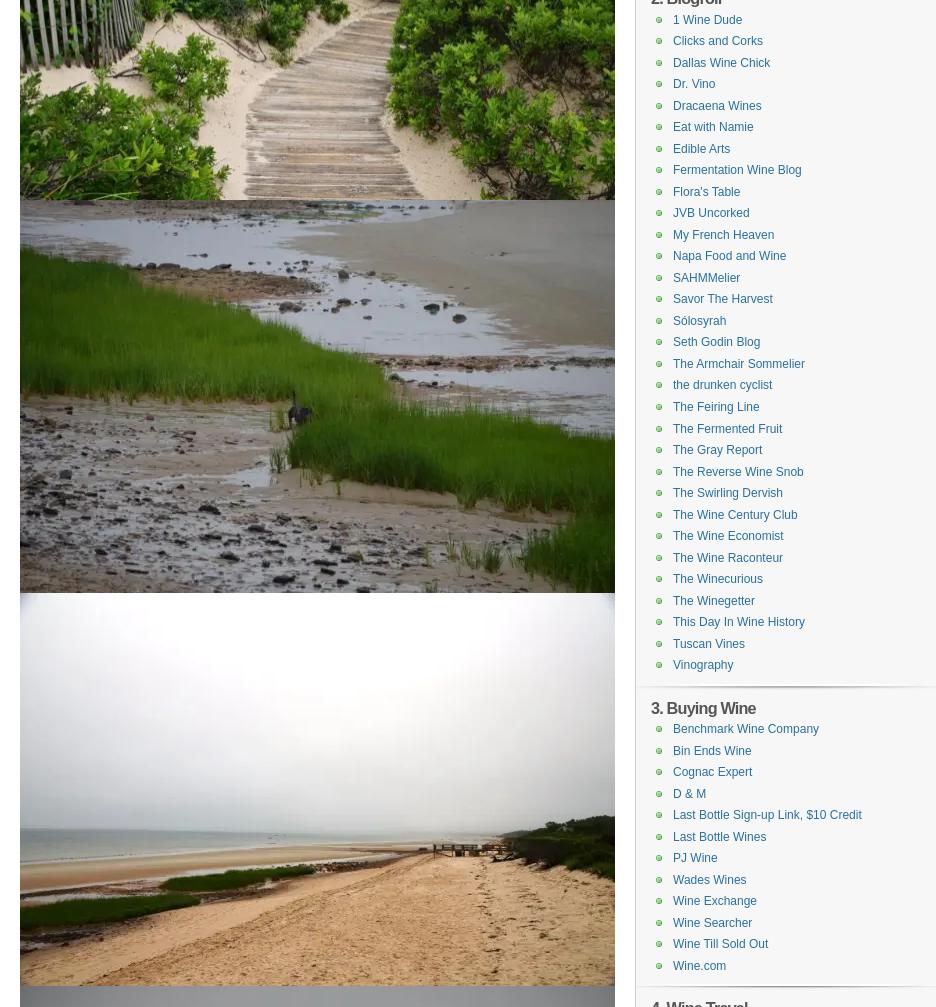 The width and height of the screenshot is (936, 1007). Describe the element at coordinates (702, 664) in the screenshot. I see `'Vinography'` at that location.